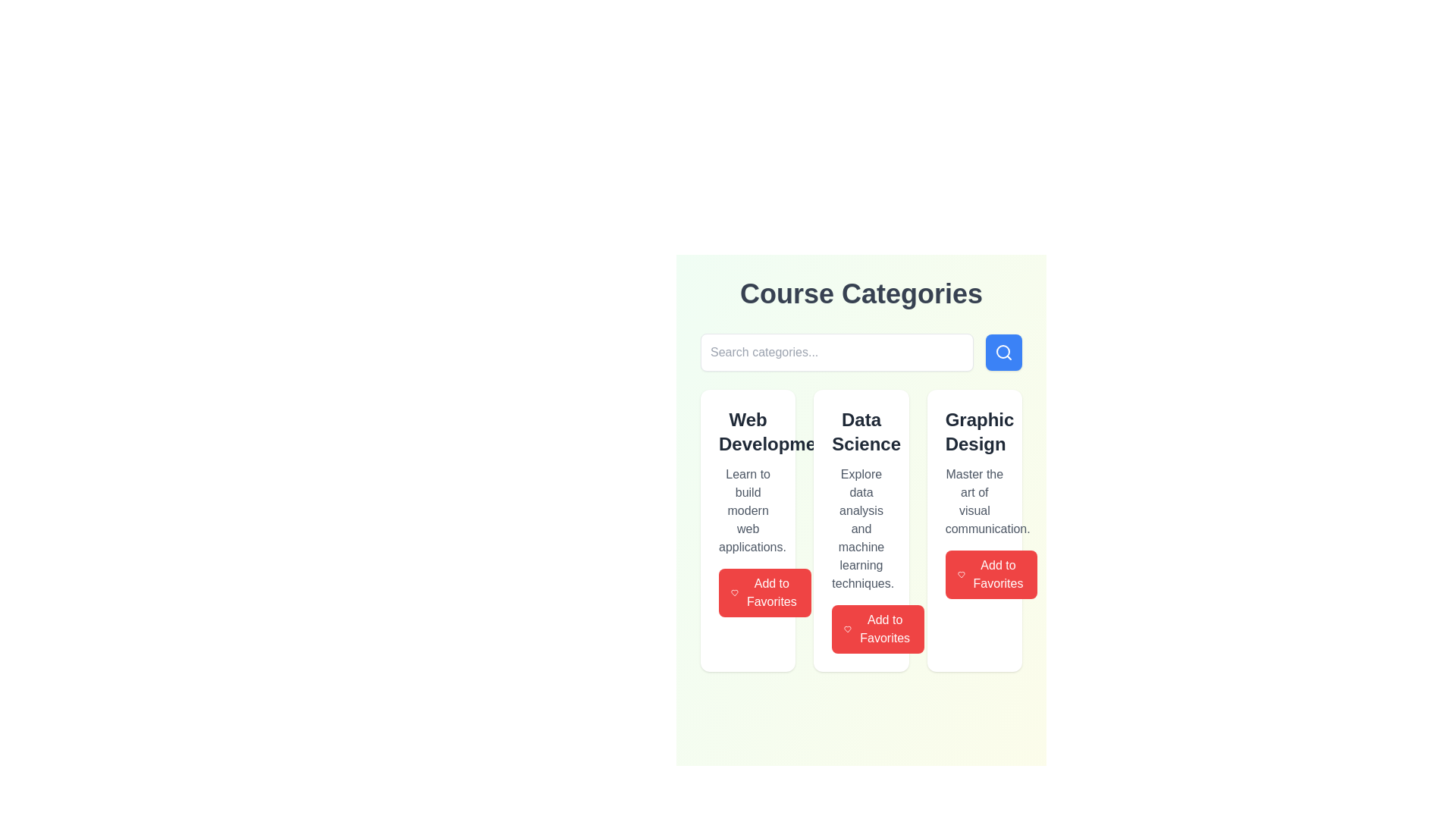  Describe the element at coordinates (748, 432) in the screenshot. I see `the Text heading at the top of the course card, summarizing the course's subject` at that location.